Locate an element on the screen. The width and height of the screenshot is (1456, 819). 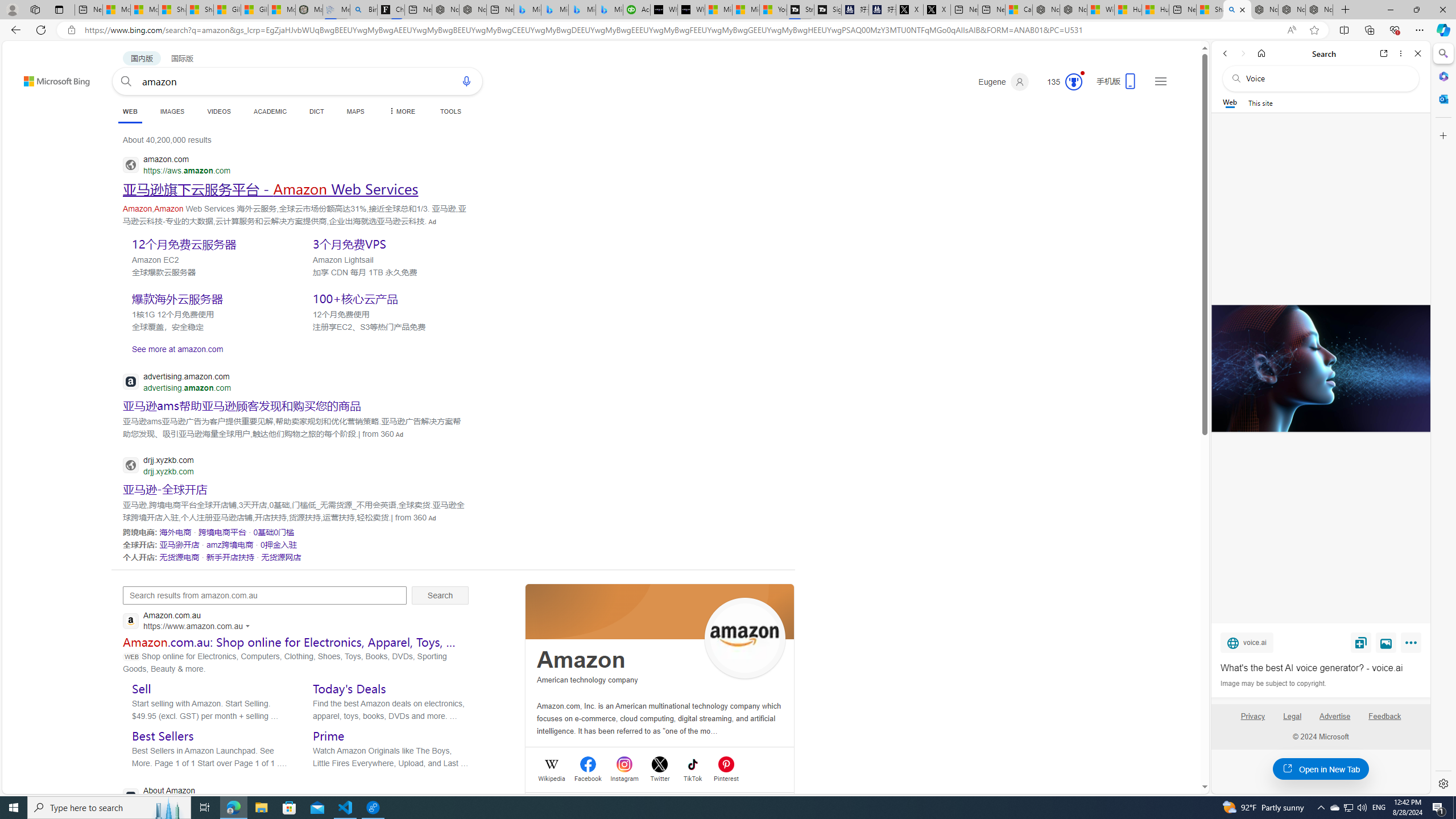
'Microsoft 365' is located at coordinates (1442, 76).